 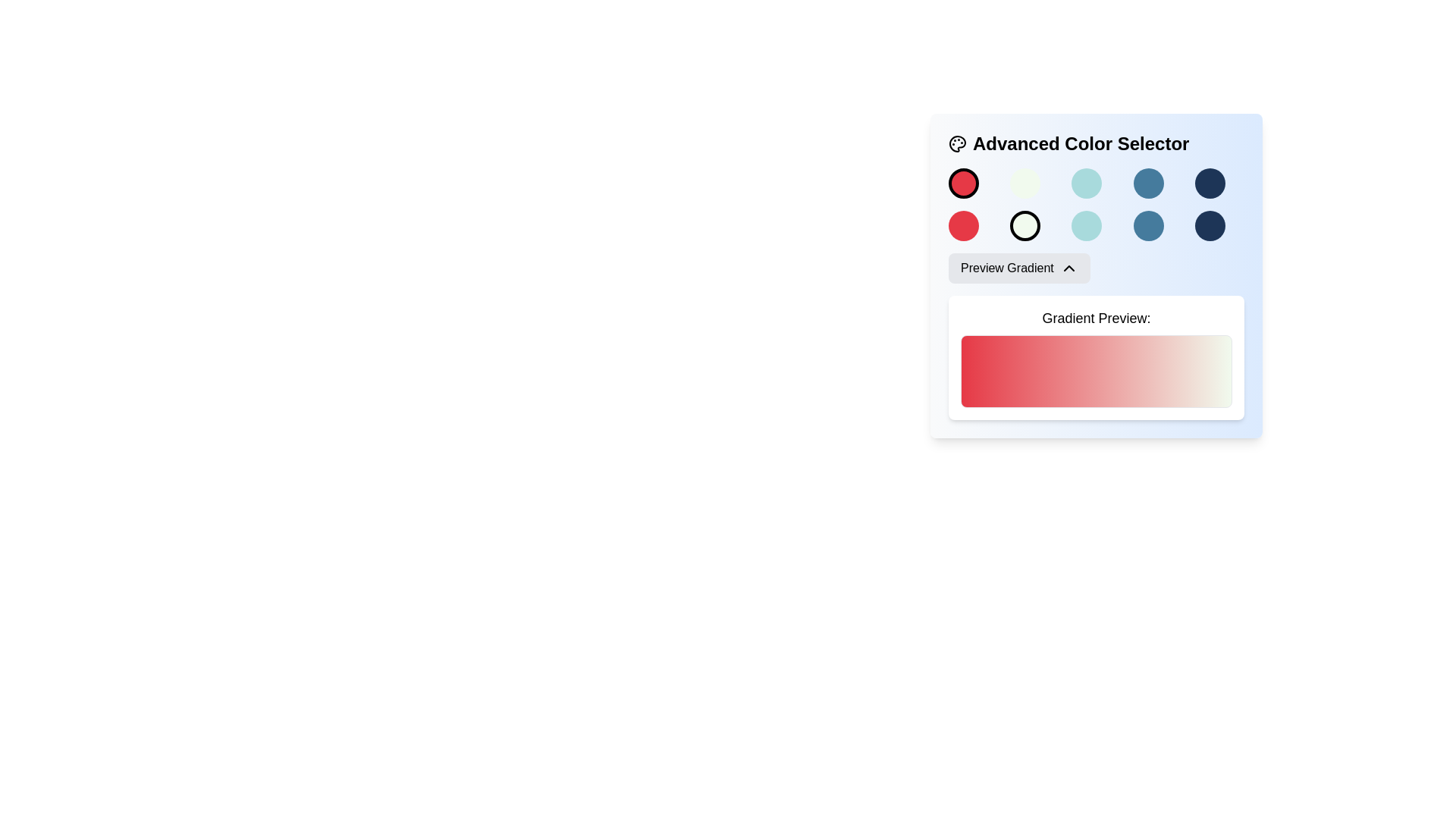 What do you see at coordinates (1086, 183) in the screenshot?
I see `the pastel teal color selection button located in the lower section of the color selection interface to change the application appearance` at bounding box center [1086, 183].